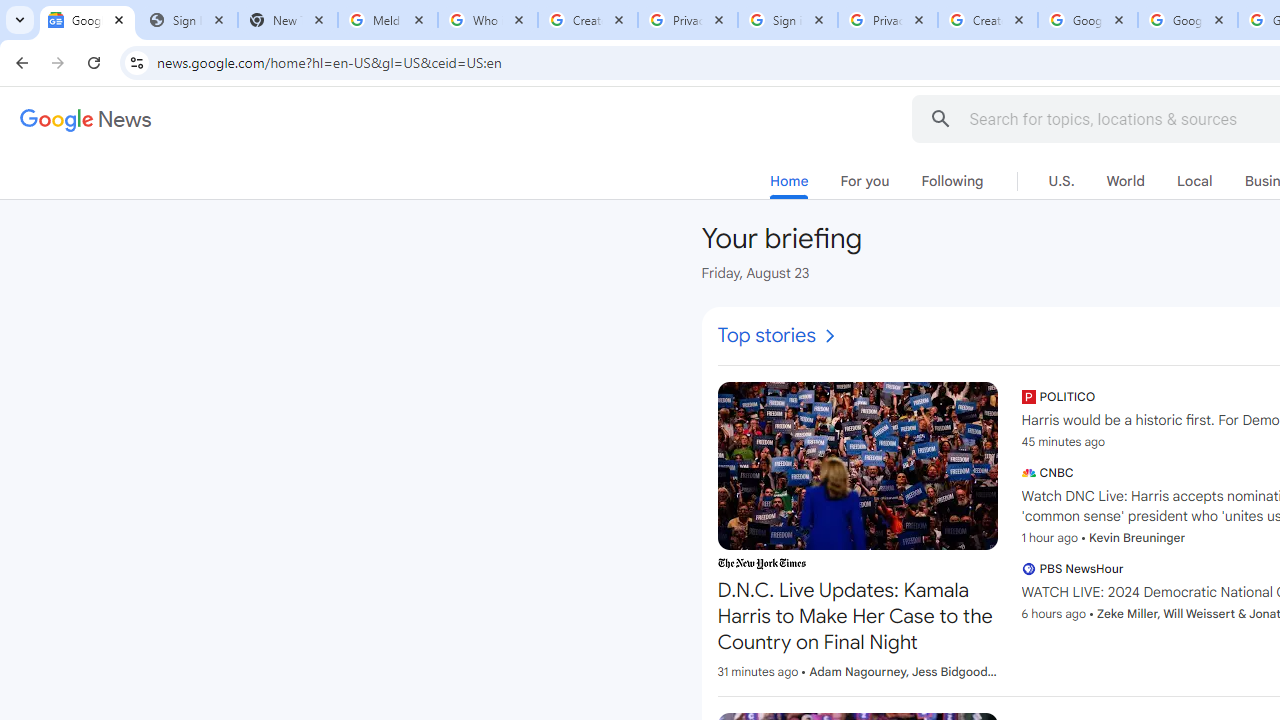  Describe the element at coordinates (1125, 181) in the screenshot. I see `'World'` at that location.